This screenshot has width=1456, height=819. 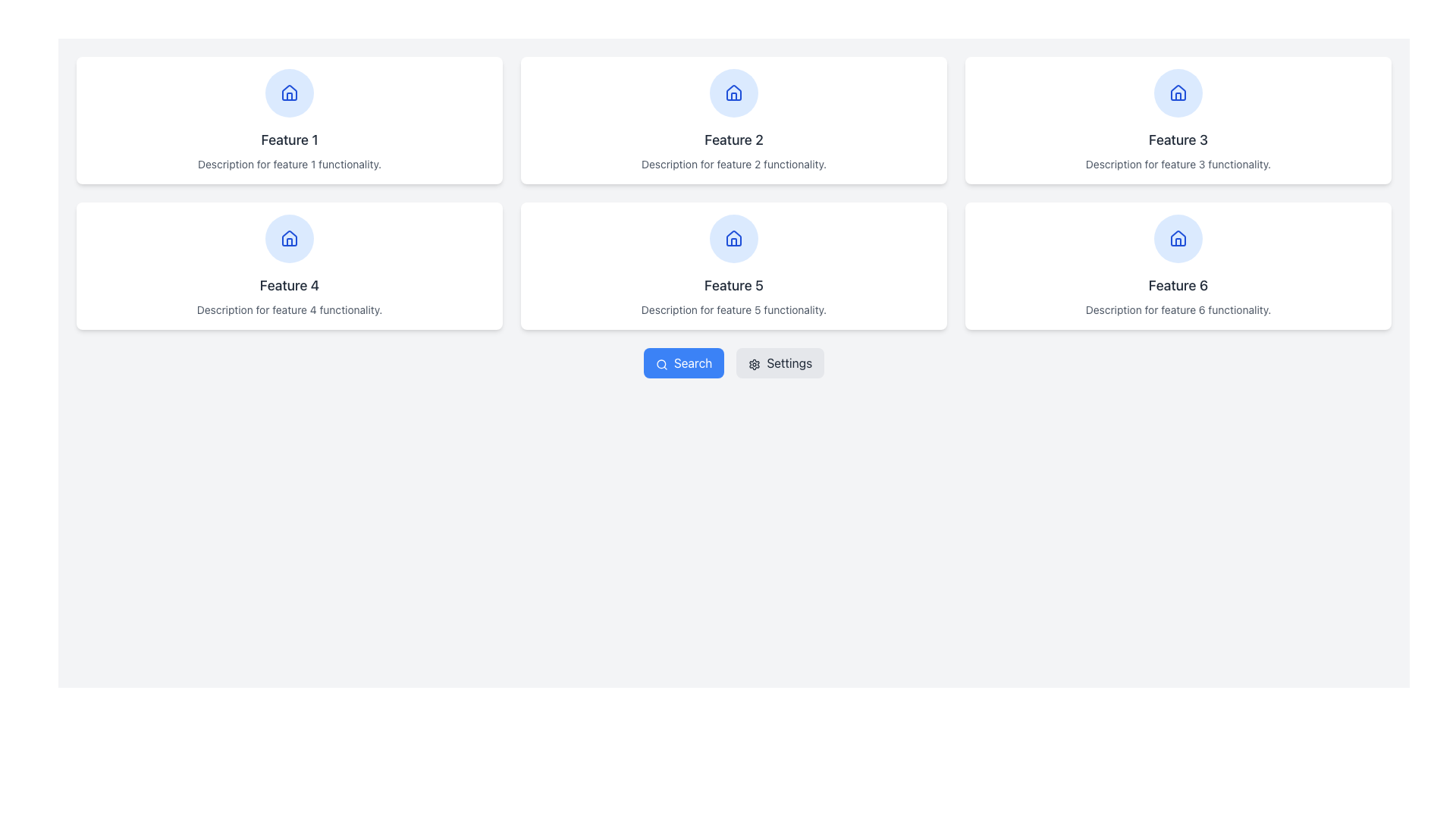 What do you see at coordinates (734, 239) in the screenshot?
I see `the circular blue icon with a house symbol located in the card labeled 'Feature 5', positioned in the upper section of the card` at bounding box center [734, 239].